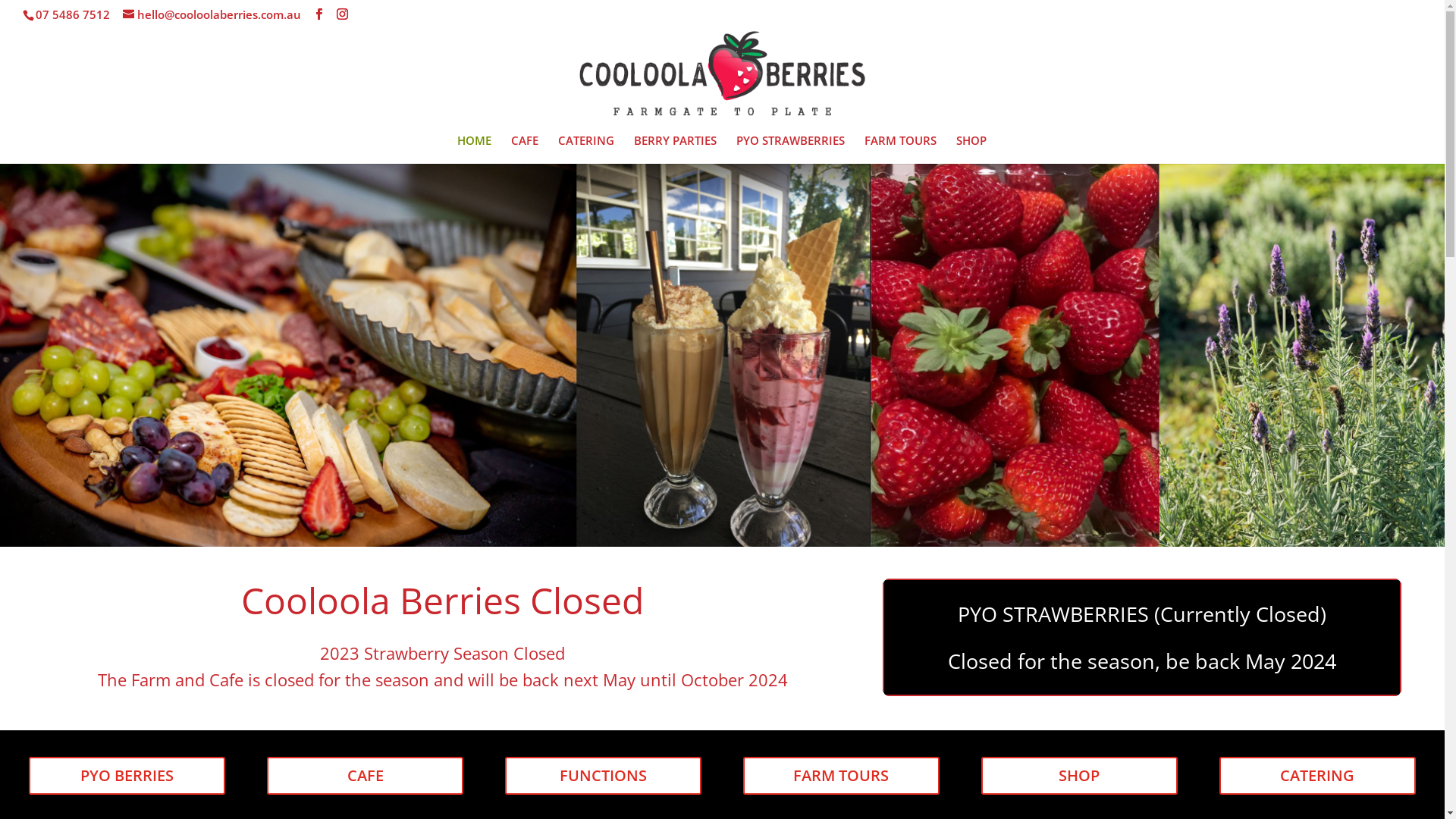 Image resolution: width=1456 pixels, height=819 pixels. Describe the element at coordinates (1078, 775) in the screenshot. I see `'SHOP'` at that location.